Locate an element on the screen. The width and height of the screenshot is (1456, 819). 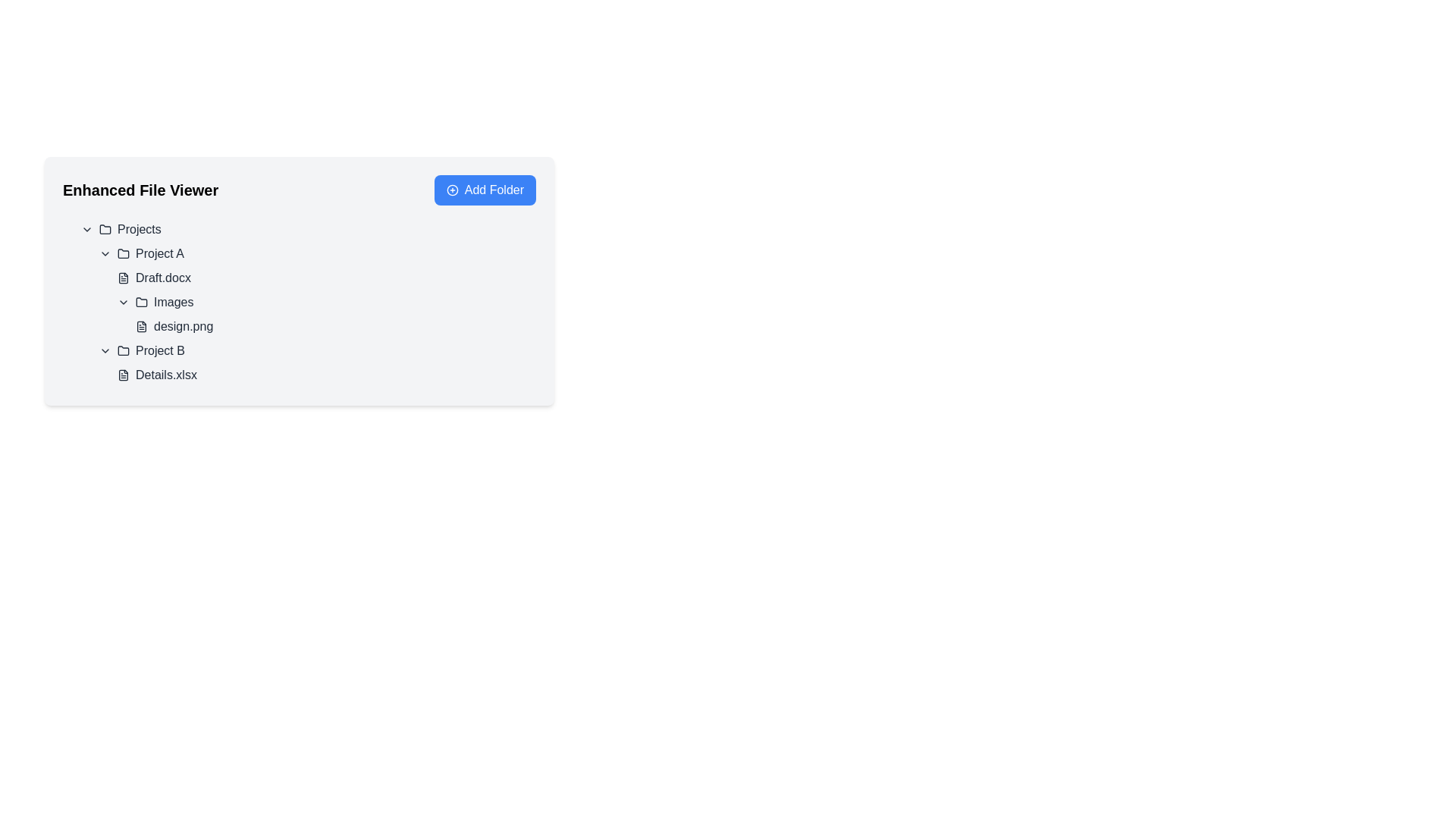
the 'Projects' label, which is located near the top-left area of the page inside the 'Enhanced File Viewer' section, beside a folder icon is located at coordinates (139, 230).